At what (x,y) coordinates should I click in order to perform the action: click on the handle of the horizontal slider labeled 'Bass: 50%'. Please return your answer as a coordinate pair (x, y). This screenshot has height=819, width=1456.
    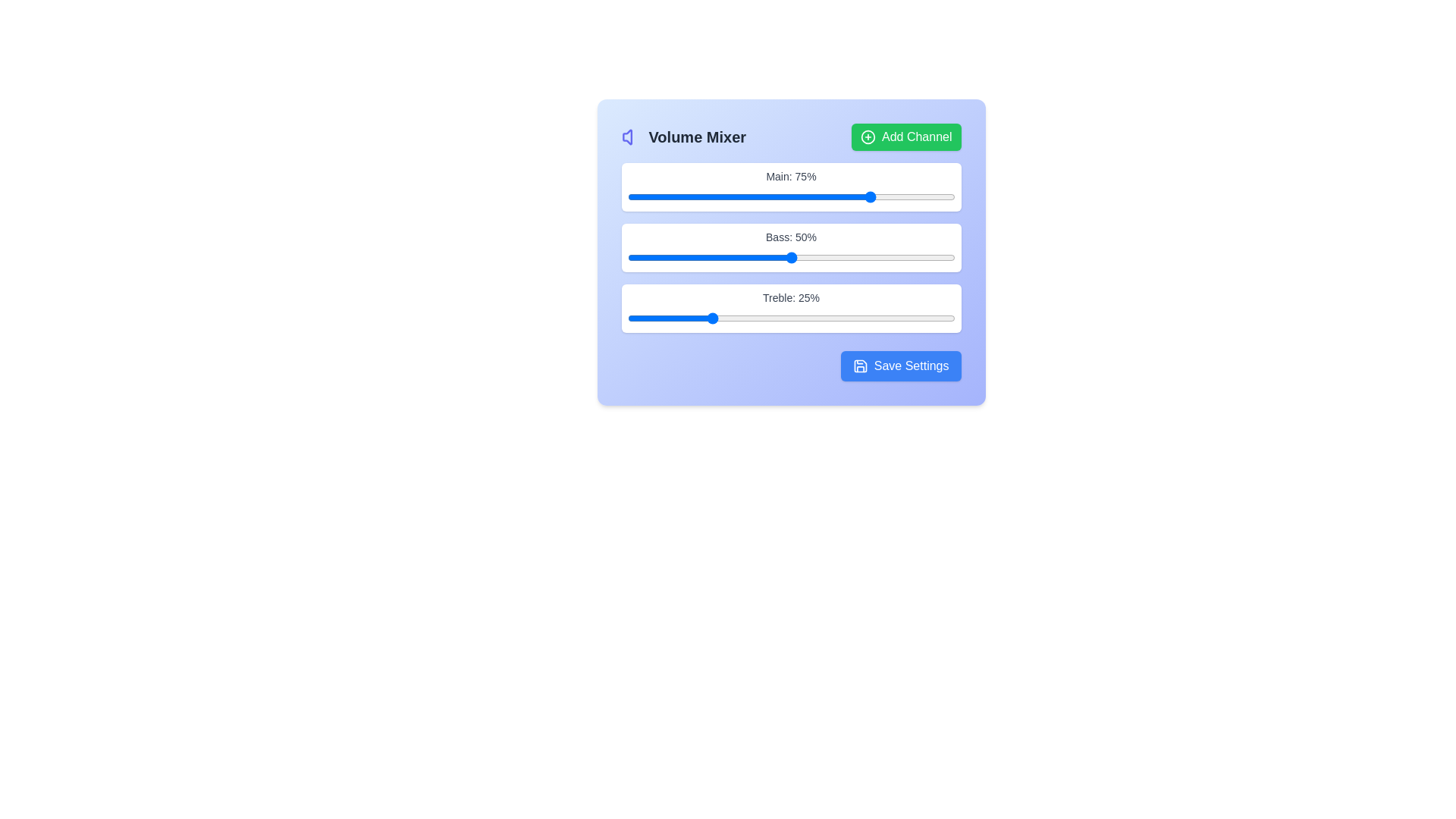
    Looking at the image, I should click on (790, 256).